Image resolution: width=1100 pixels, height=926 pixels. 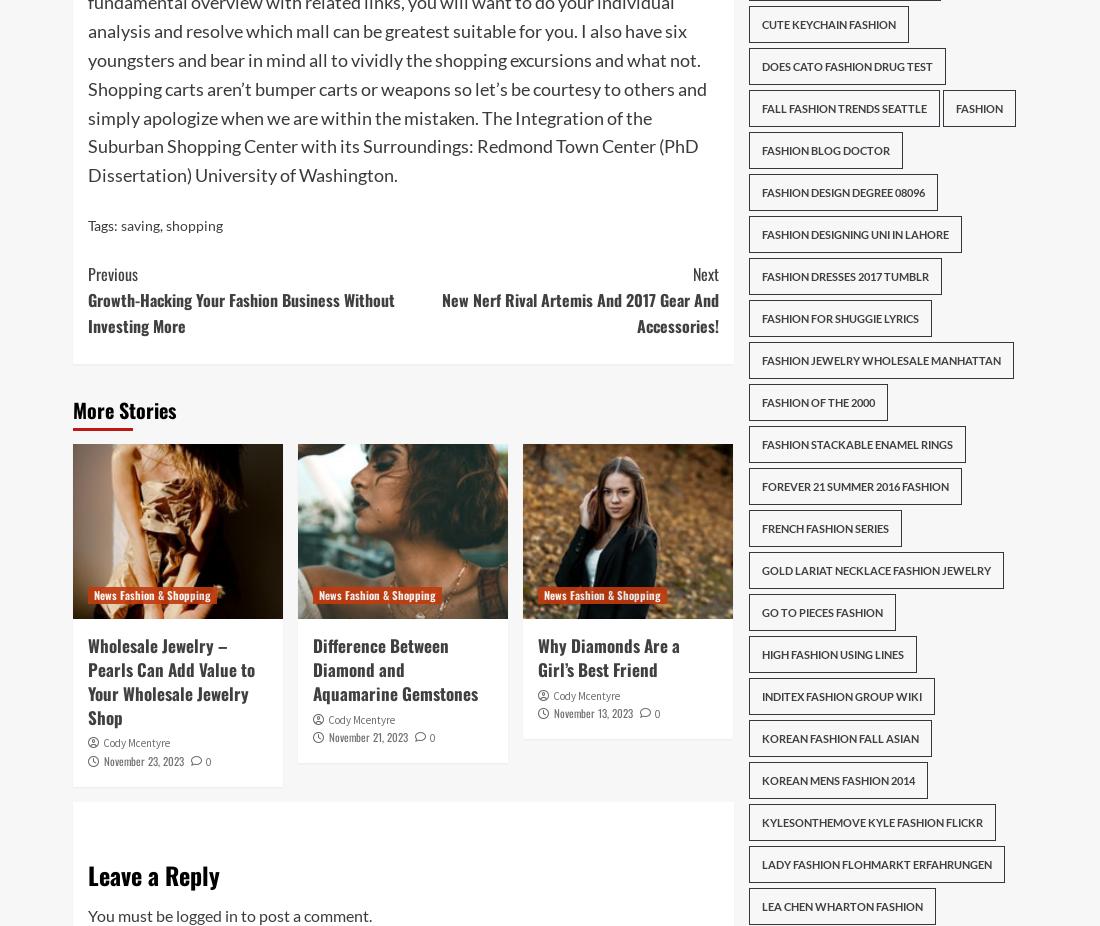 I want to click on 'French Fashion Series', so click(x=824, y=527).